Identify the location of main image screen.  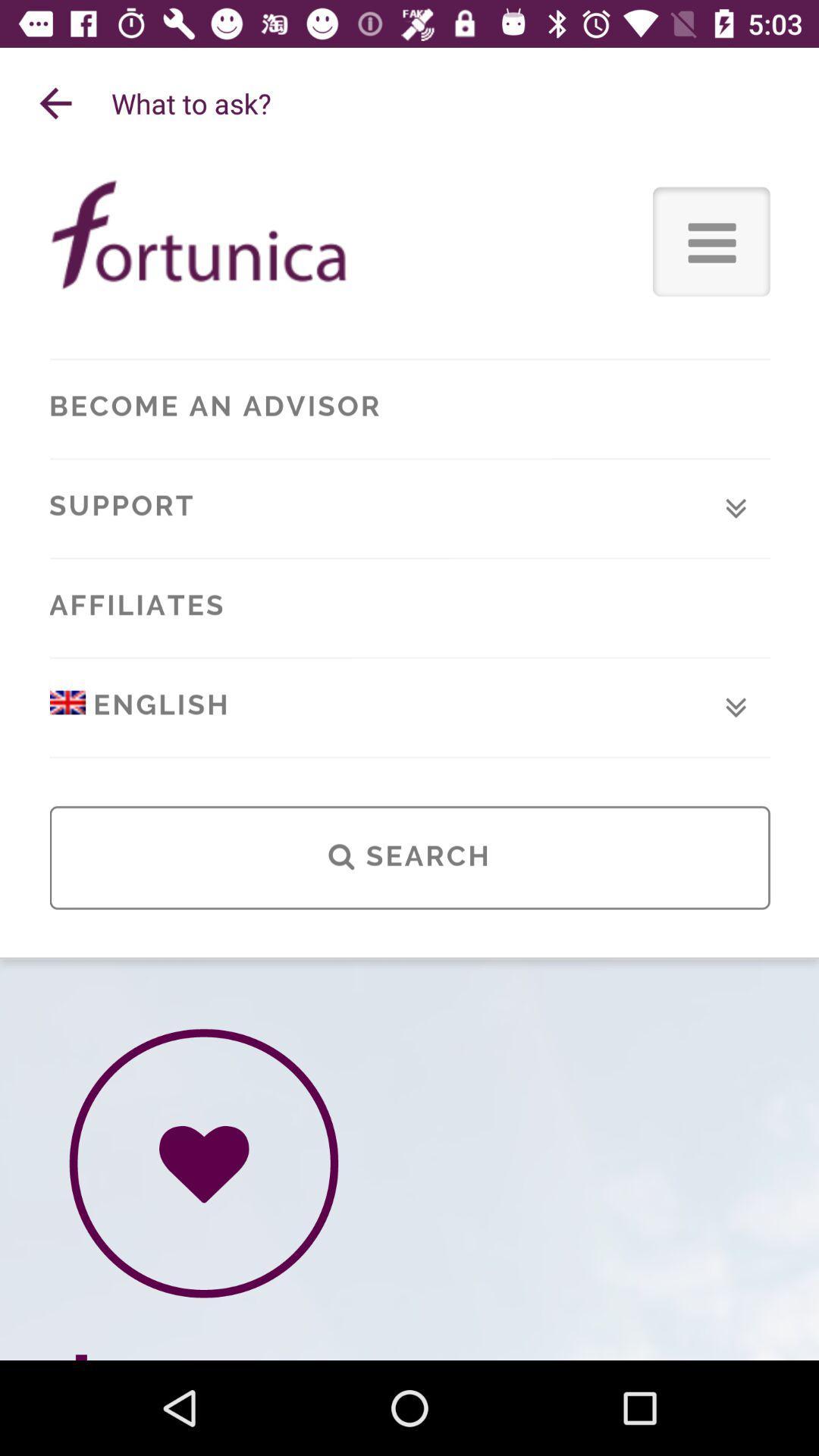
(409, 760).